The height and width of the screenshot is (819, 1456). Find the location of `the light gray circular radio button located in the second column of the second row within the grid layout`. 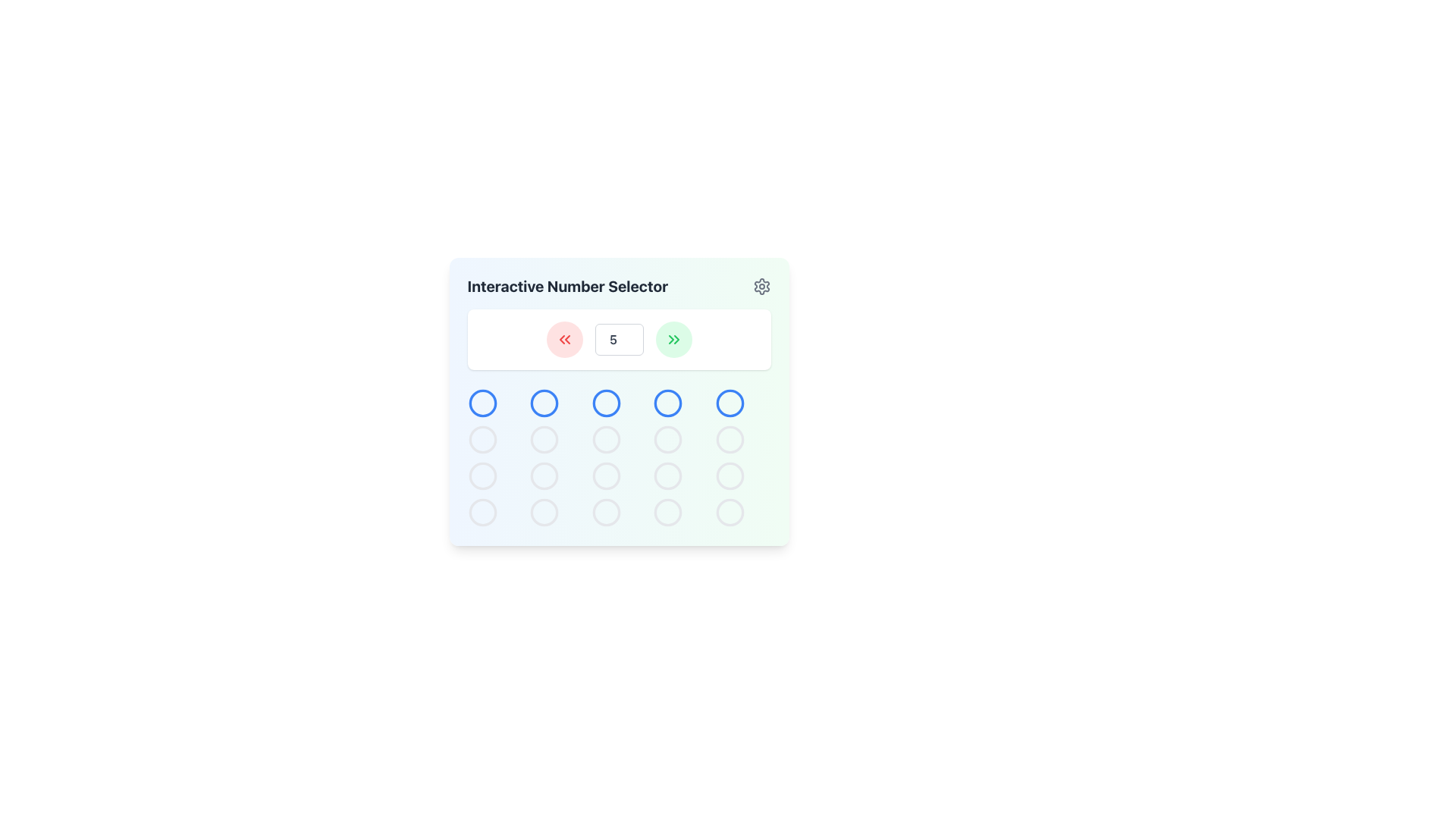

the light gray circular radio button located in the second column of the second row within the grid layout is located at coordinates (482, 475).